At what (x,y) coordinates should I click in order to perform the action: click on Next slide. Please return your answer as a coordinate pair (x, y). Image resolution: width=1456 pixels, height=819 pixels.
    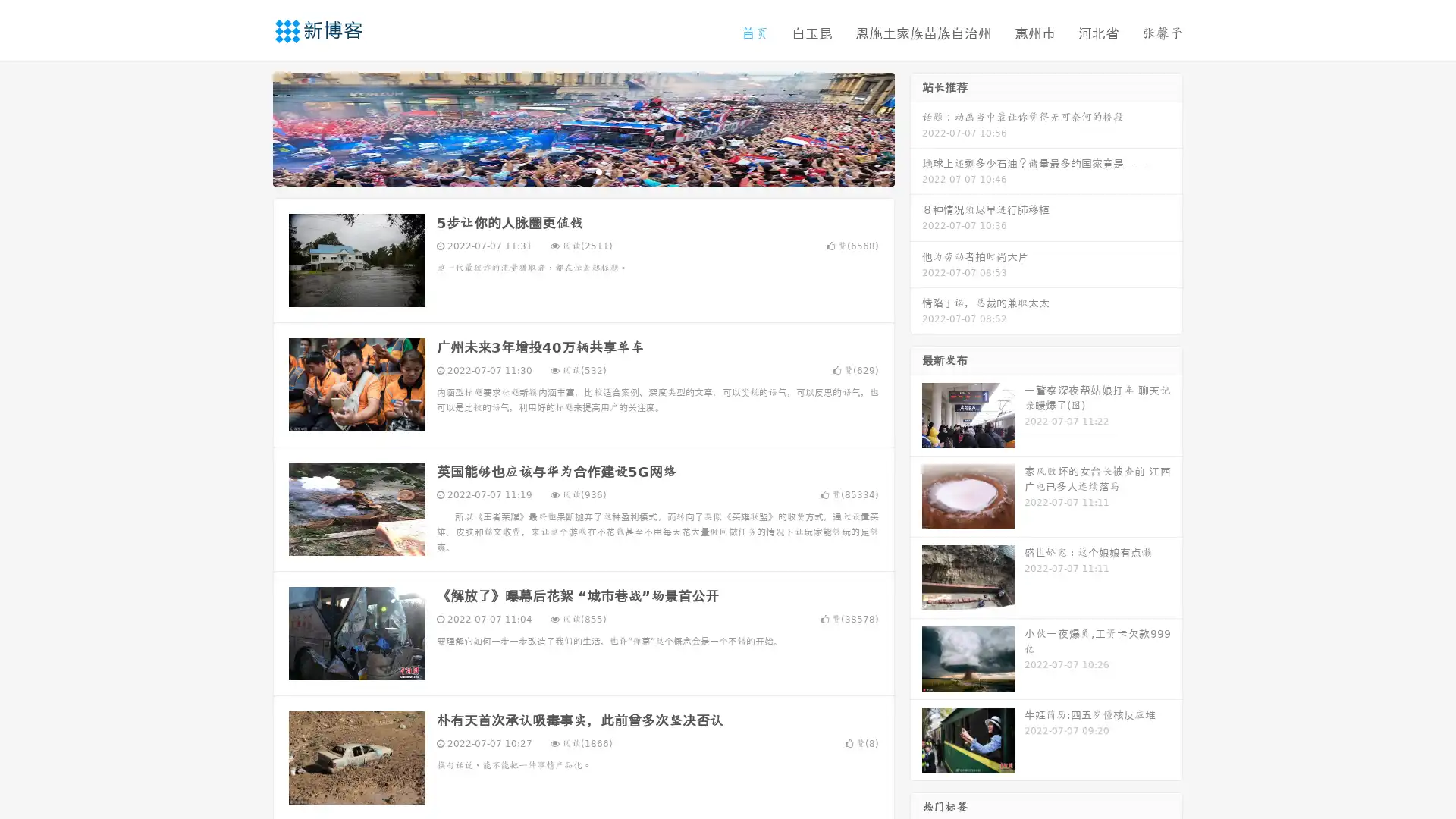
    Looking at the image, I should click on (916, 127).